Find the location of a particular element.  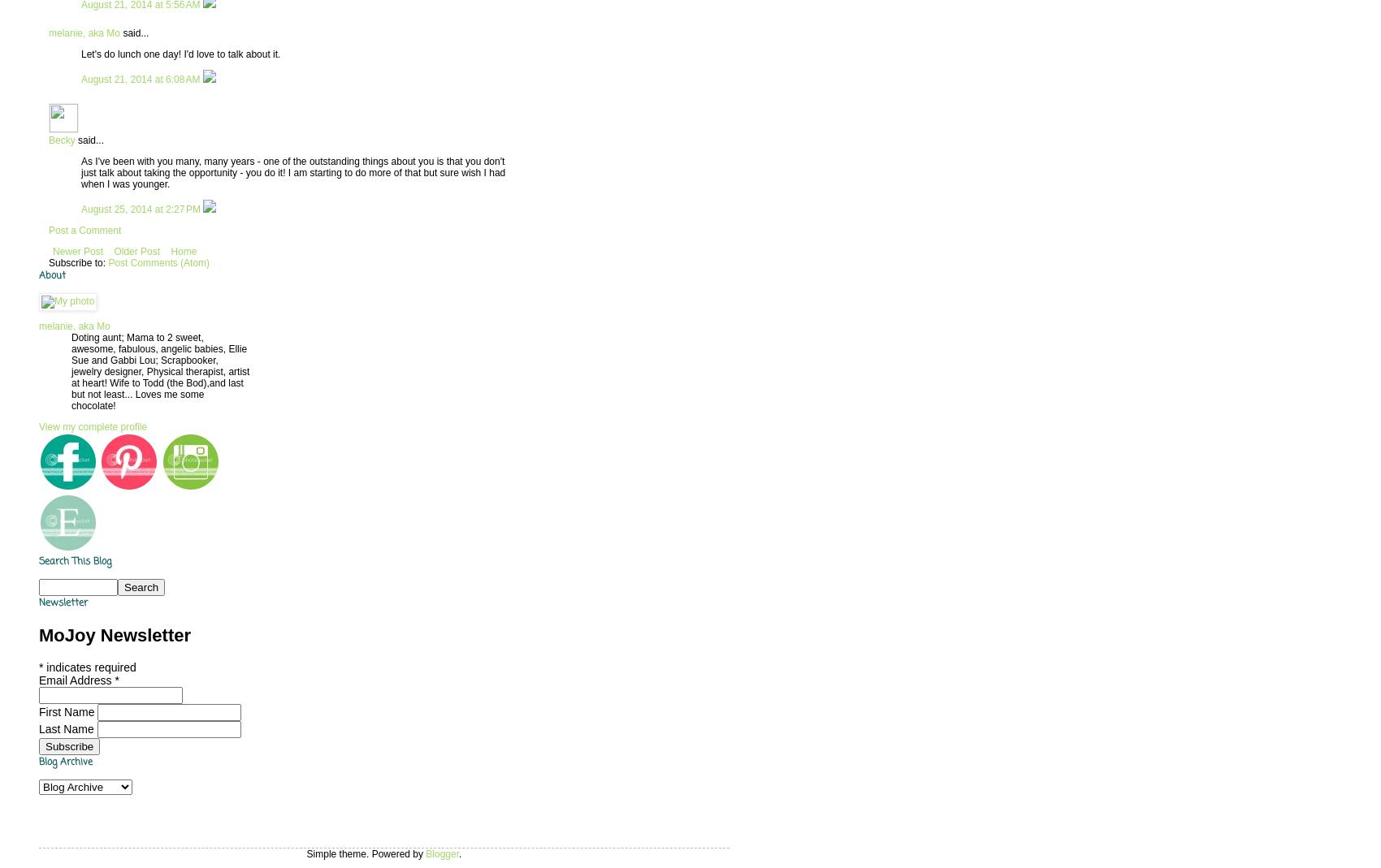

'As I've been with you many, many years - one of the outstanding things about you is that you don't just talk about taking the opportunity - you do it!  I am starting to do more of that but sure wish I had when I was younger.' is located at coordinates (80, 171).